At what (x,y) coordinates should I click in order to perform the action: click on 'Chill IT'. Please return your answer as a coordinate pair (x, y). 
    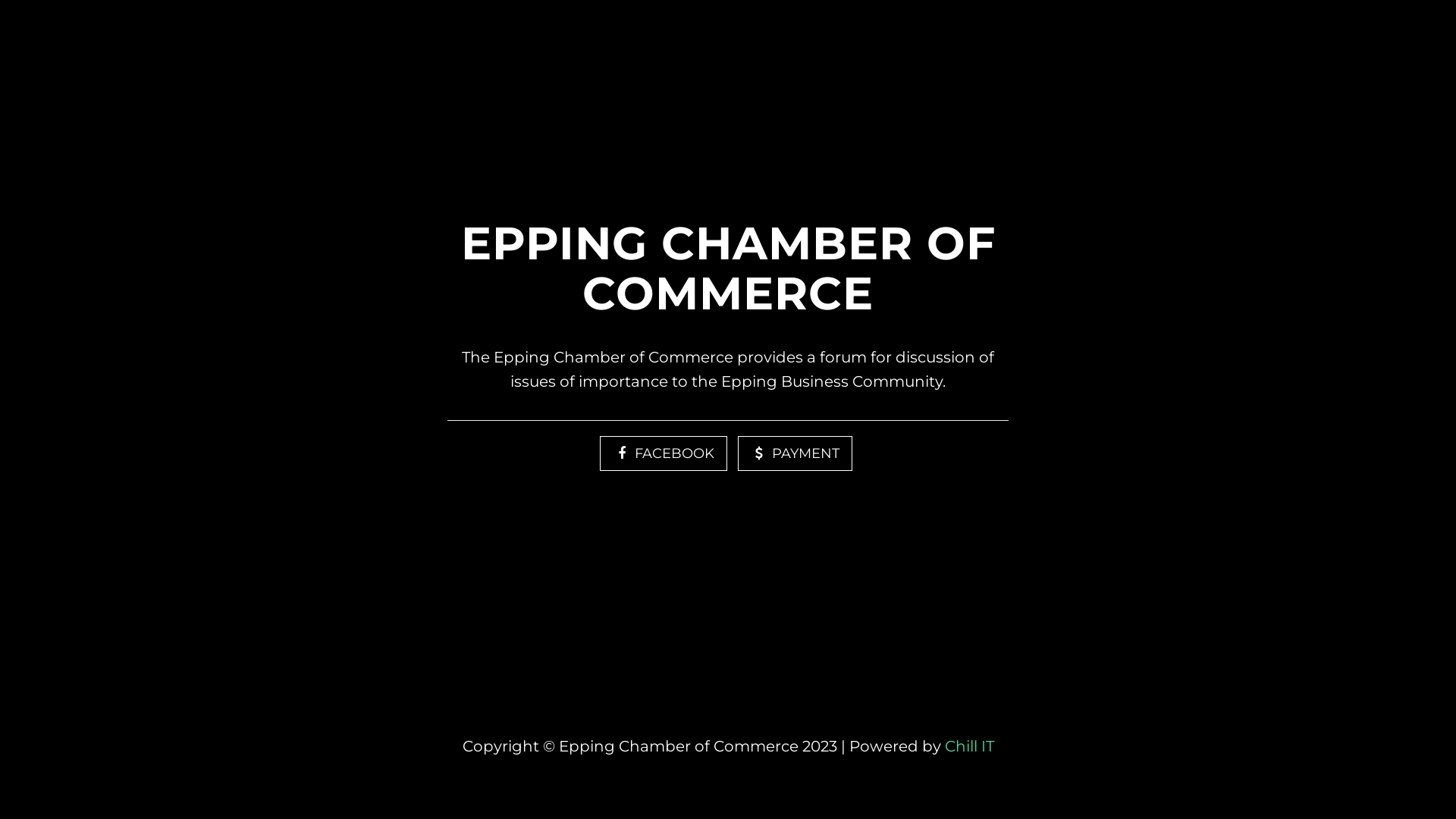
    Looking at the image, I should click on (968, 745).